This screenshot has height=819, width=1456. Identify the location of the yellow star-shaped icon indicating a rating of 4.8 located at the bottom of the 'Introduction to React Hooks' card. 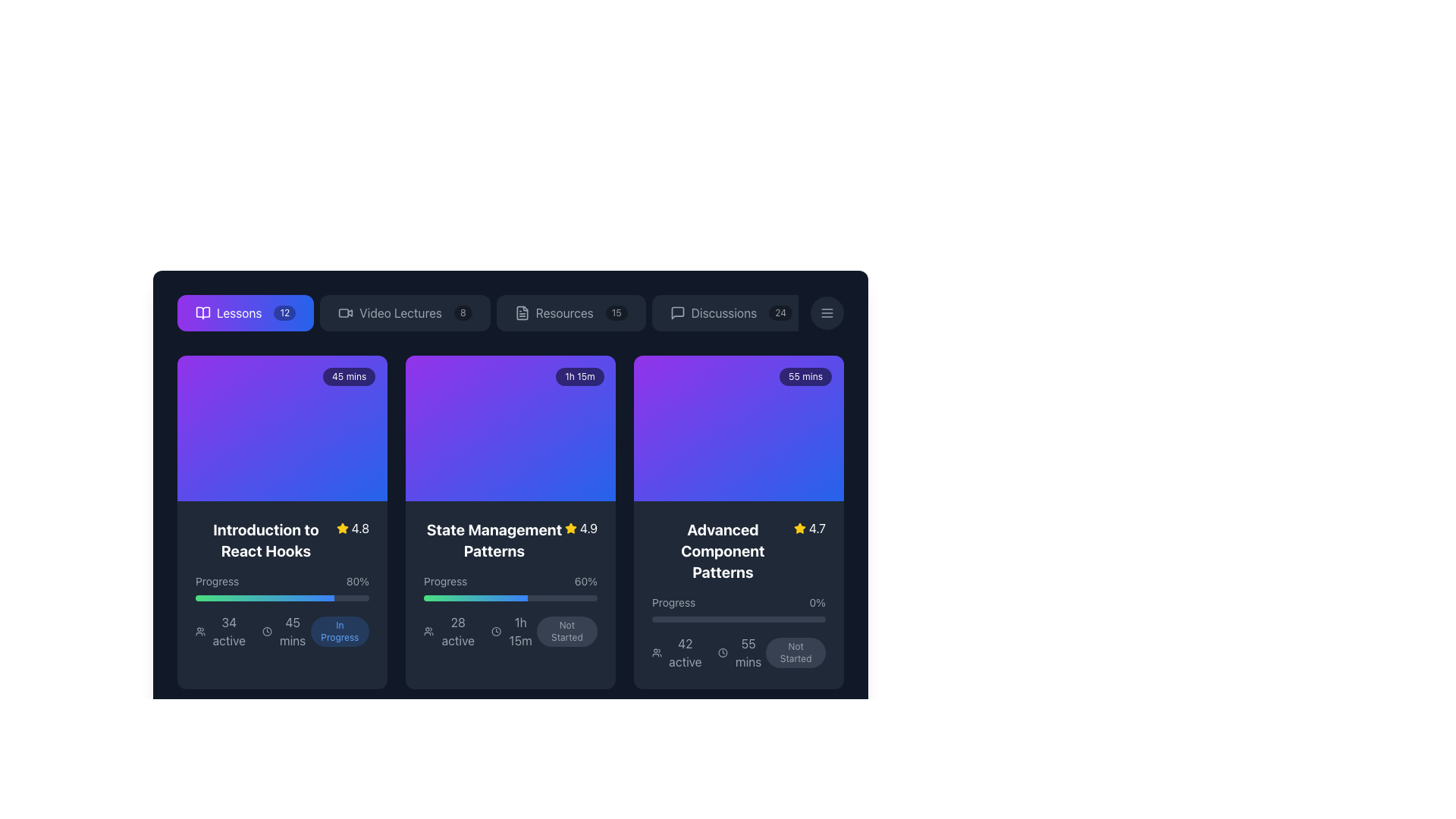
(341, 528).